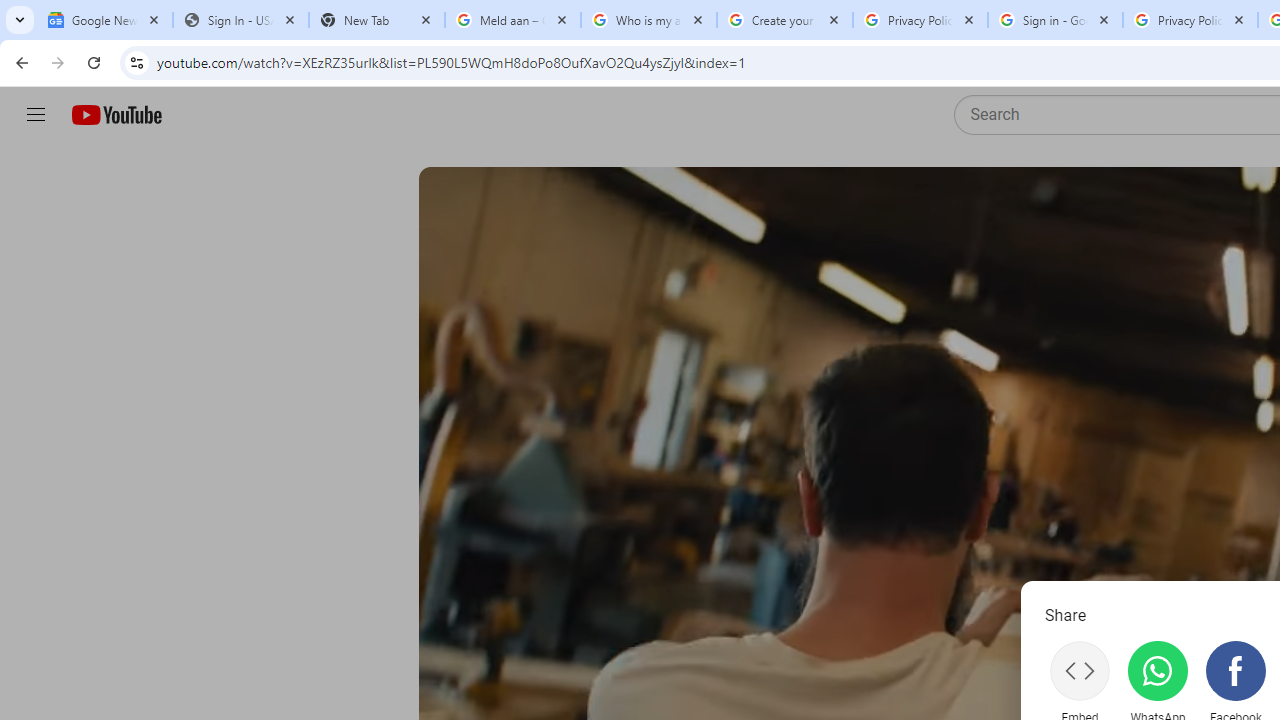 The height and width of the screenshot is (720, 1280). I want to click on 'Sign in - Google Accounts', so click(1054, 20).